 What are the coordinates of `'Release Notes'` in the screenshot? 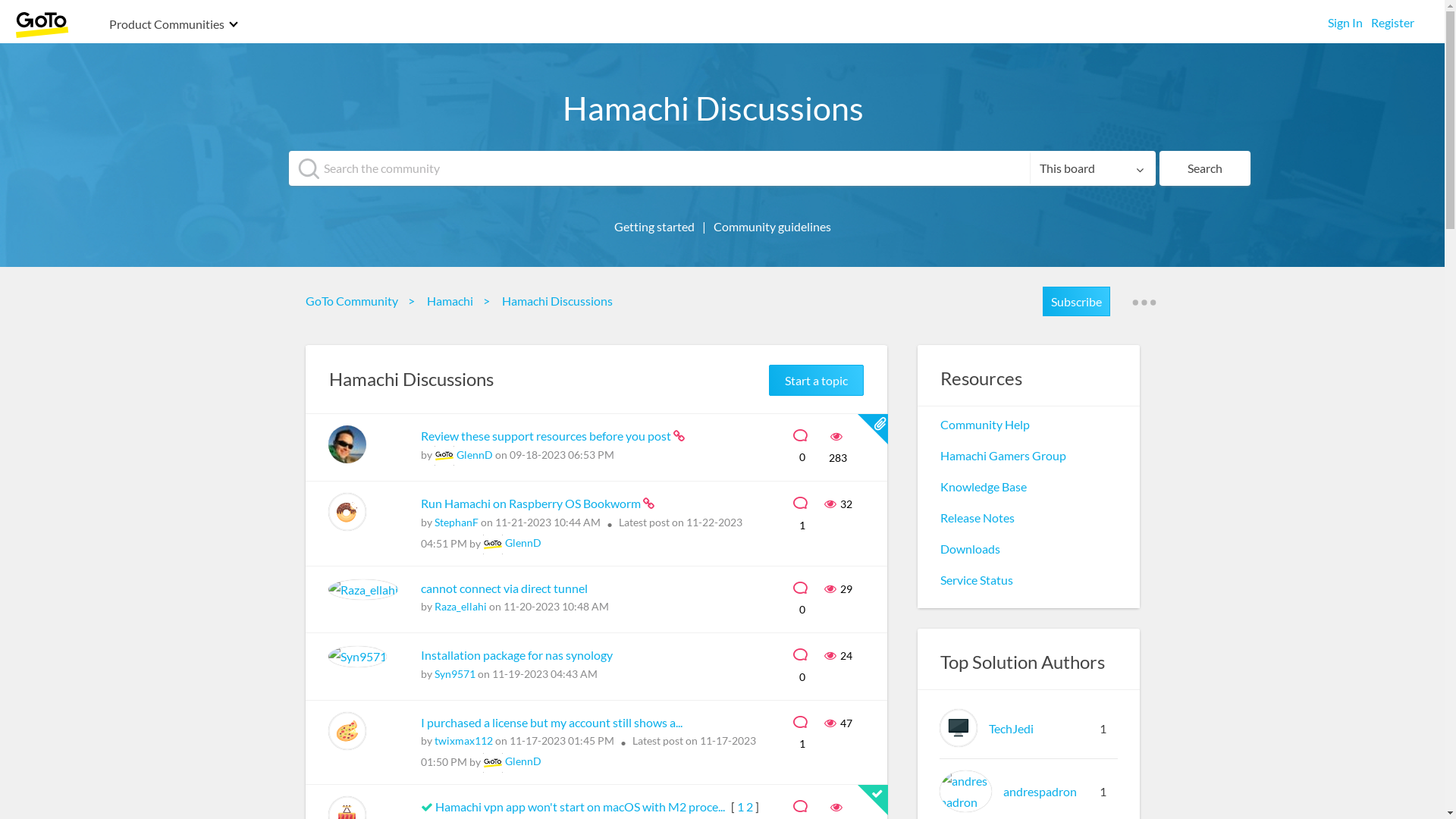 It's located at (977, 516).